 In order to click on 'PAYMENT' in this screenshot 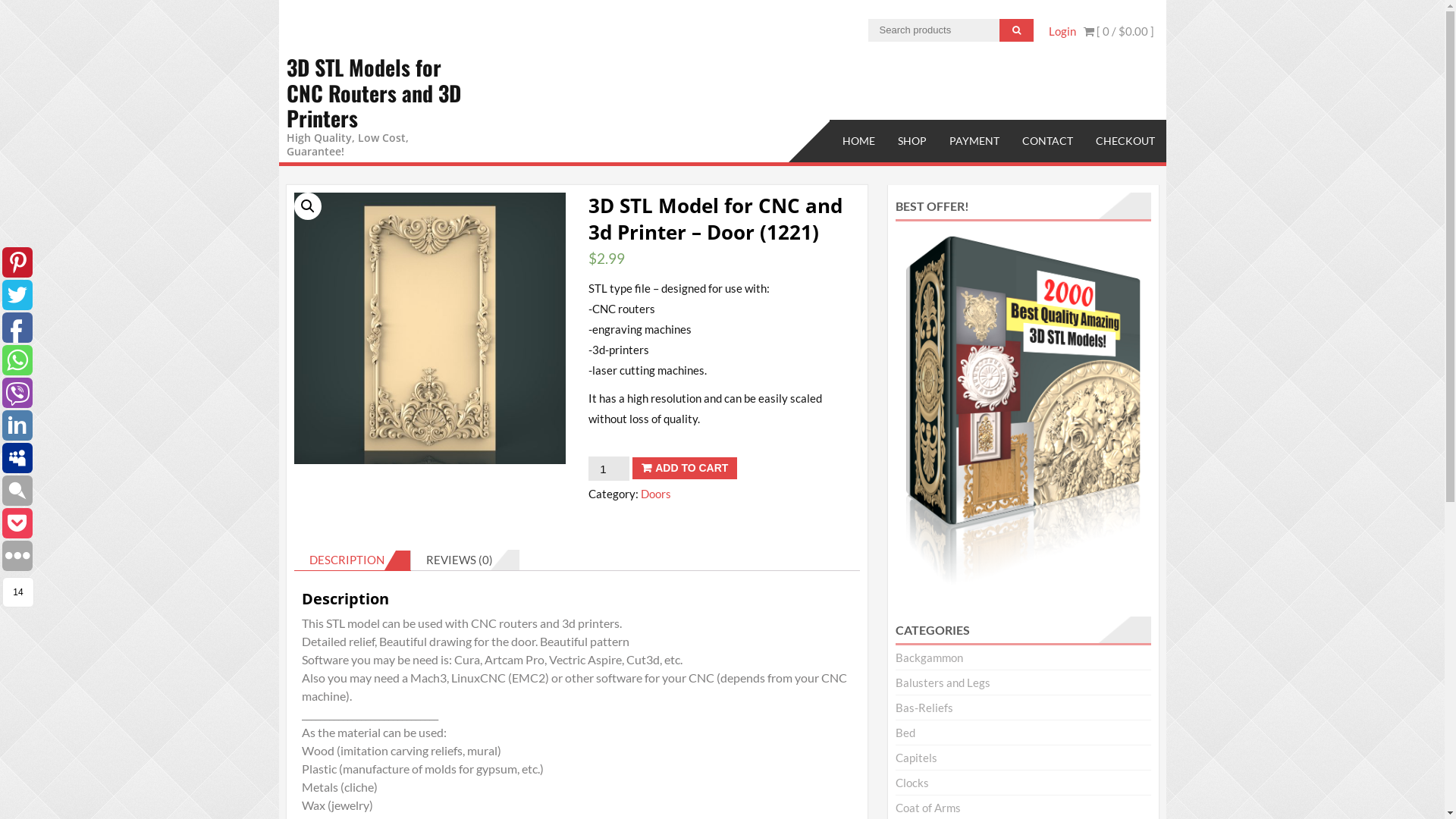, I will do `click(937, 140)`.